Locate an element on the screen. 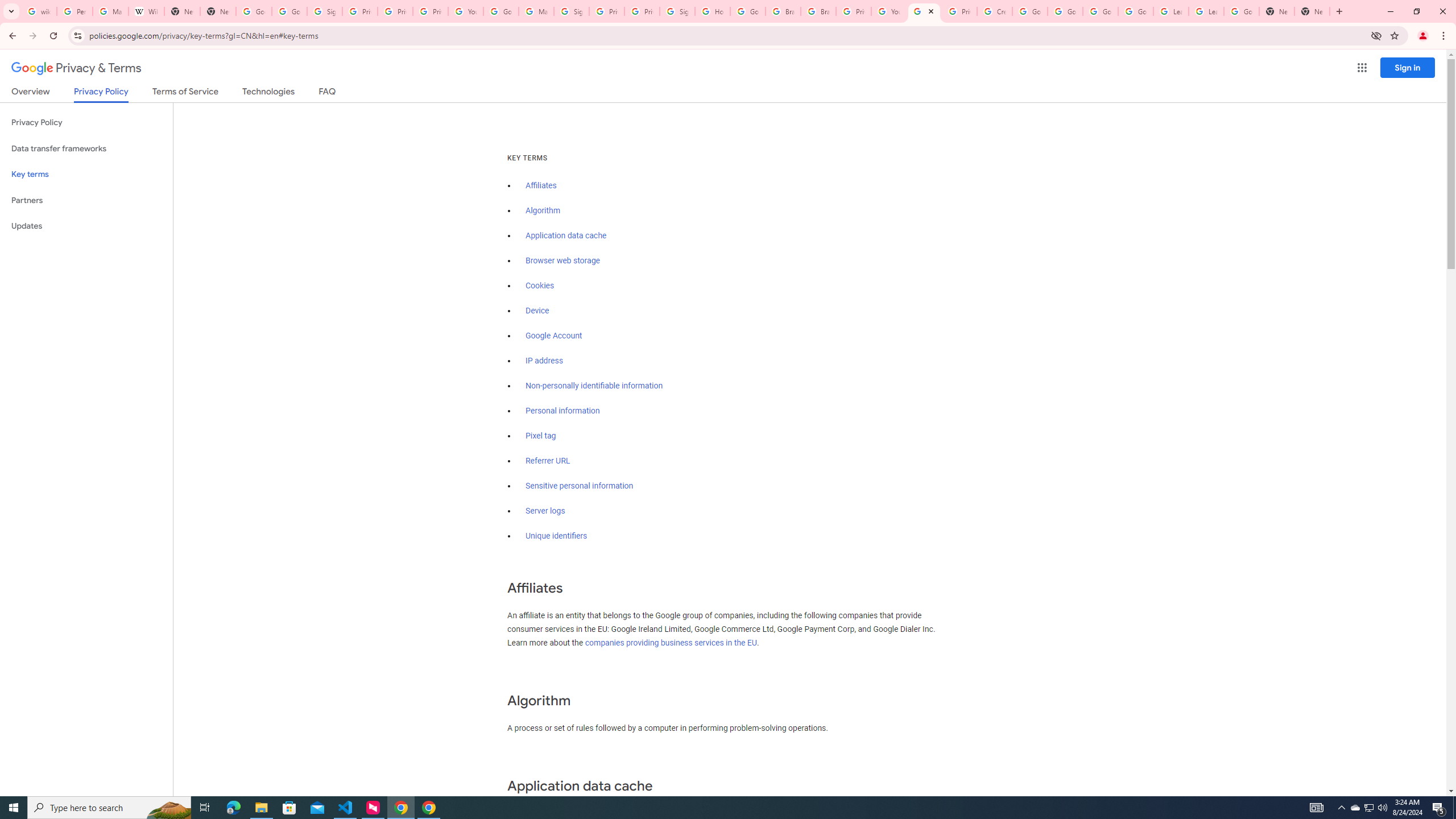 This screenshot has width=1456, height=819. 'Cookies' is located at coordinates (540, 286).